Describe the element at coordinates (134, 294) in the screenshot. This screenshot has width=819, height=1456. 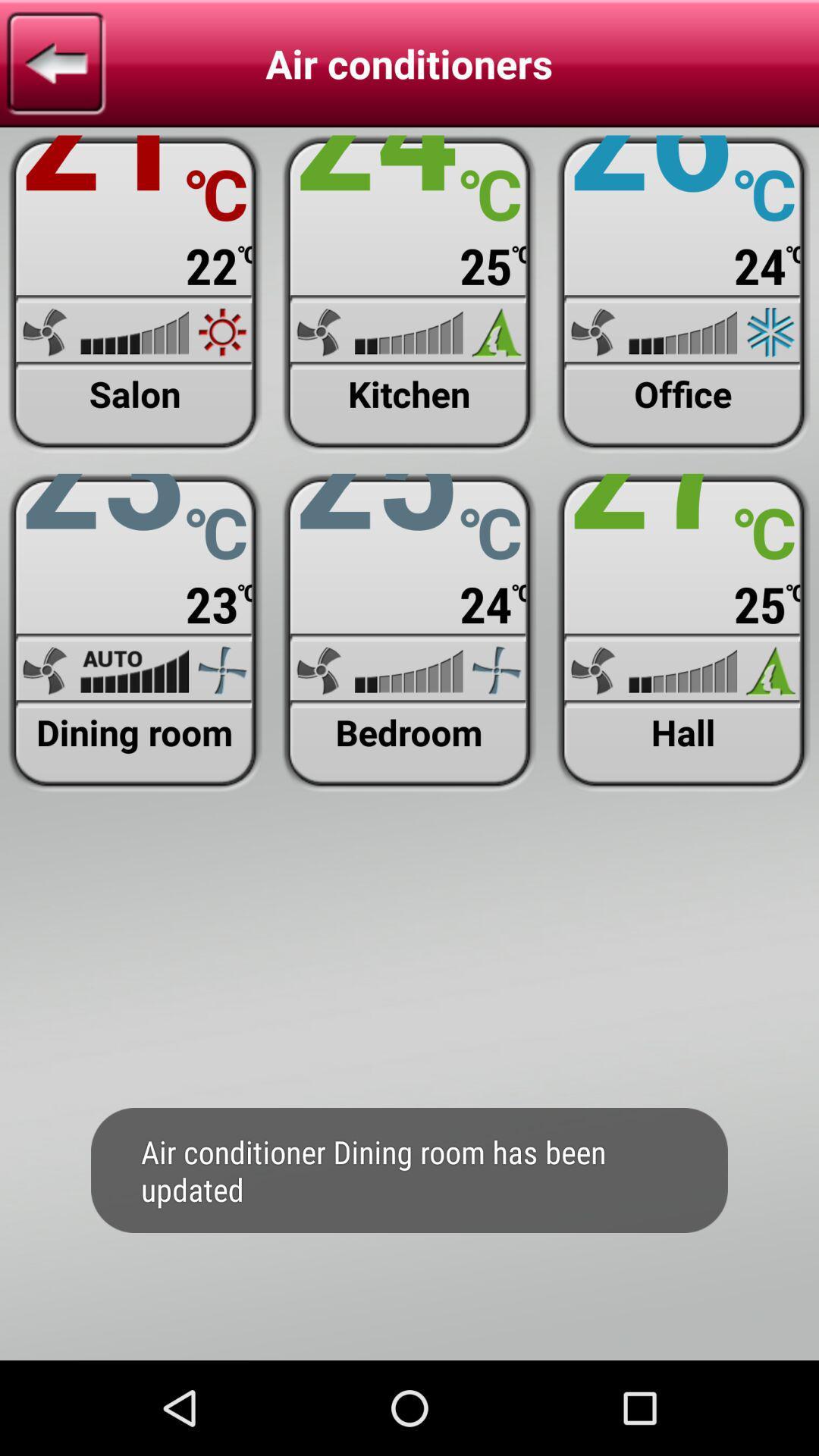
I see `control salon temperature` at that location.